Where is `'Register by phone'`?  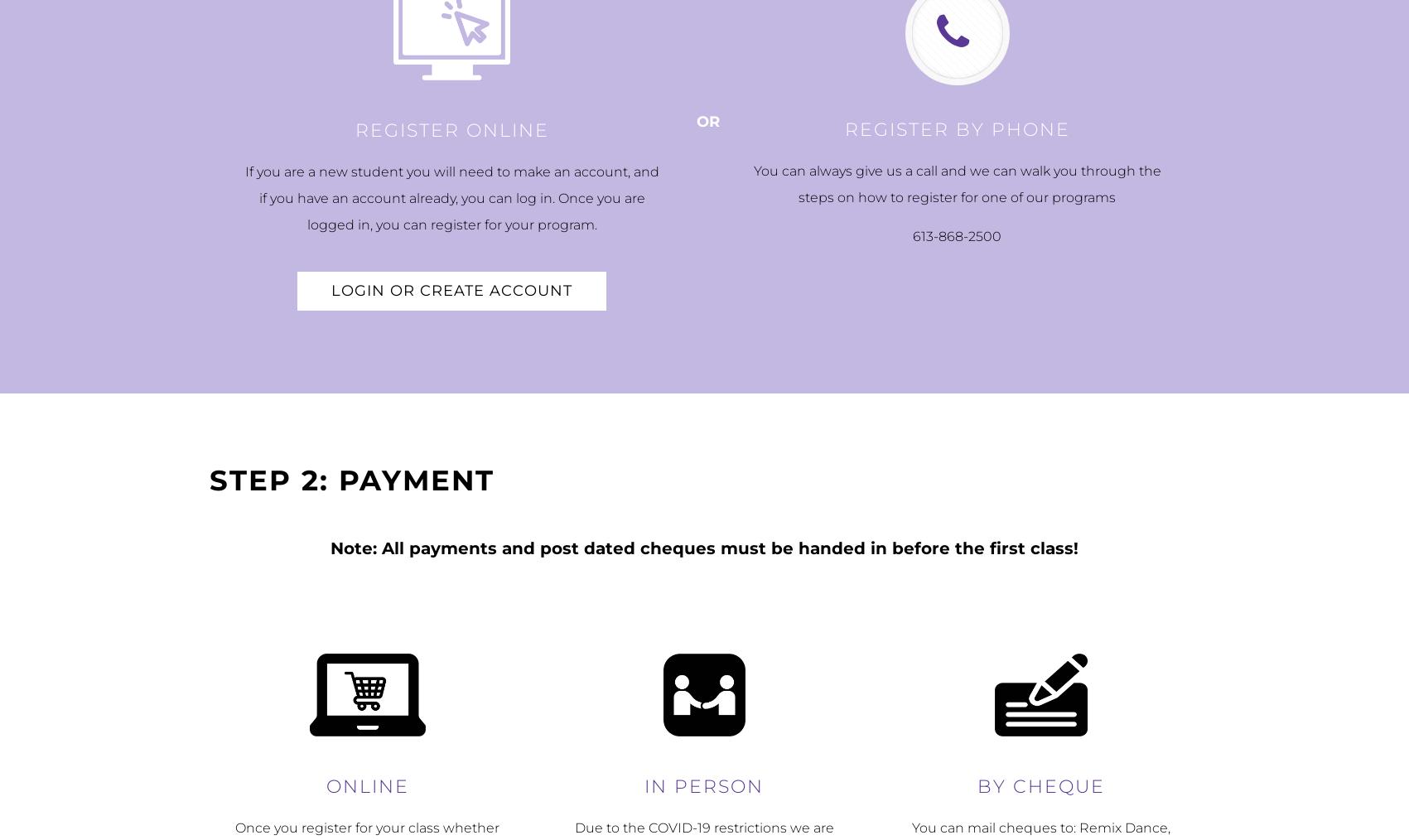
'Register by phone' is located at coordinates (844, 129).